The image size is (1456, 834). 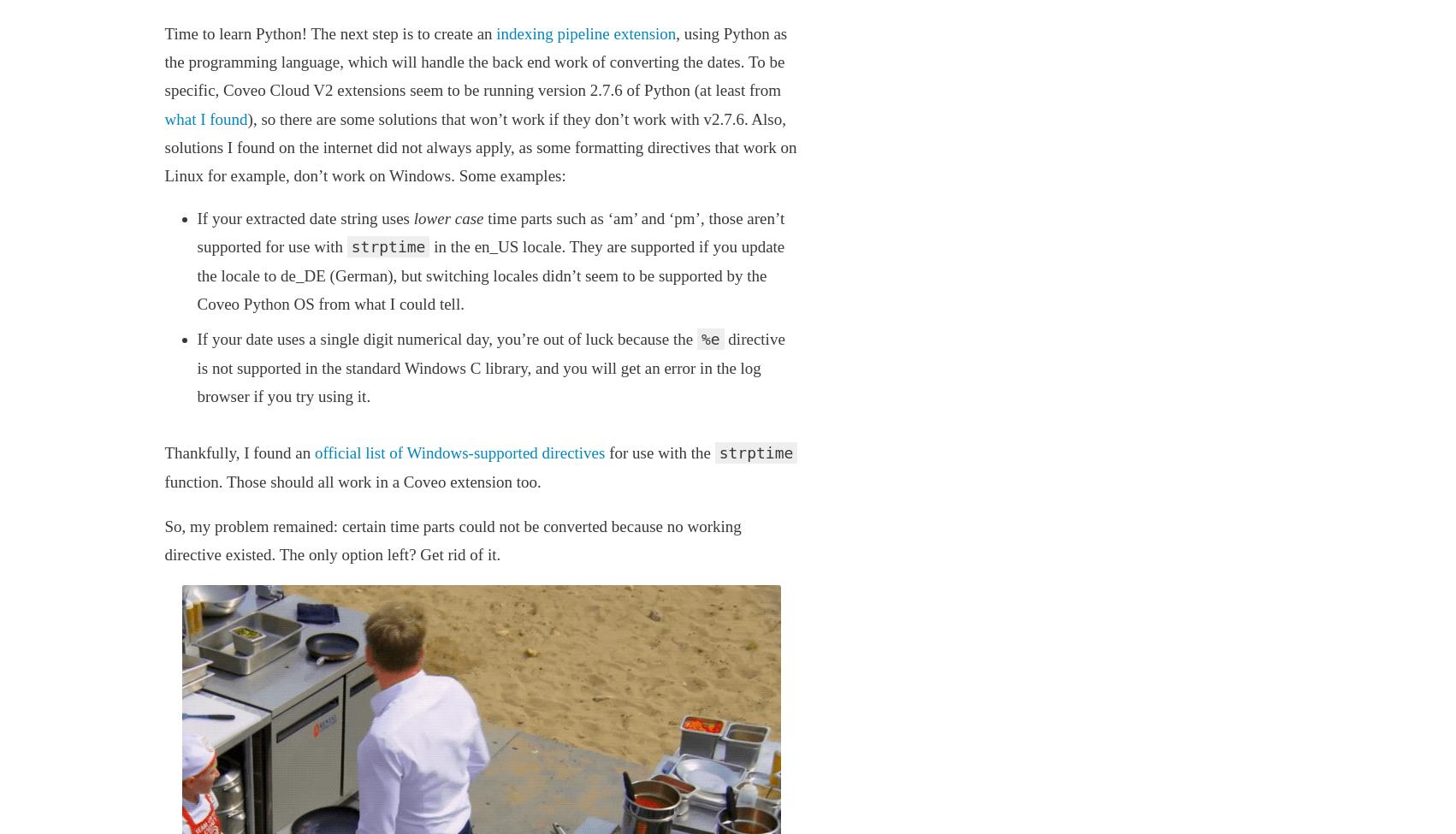 What do you see at coordinates (204, 117) in the screenshot?
I see `'what I found'` at bounding box center [204, 117].